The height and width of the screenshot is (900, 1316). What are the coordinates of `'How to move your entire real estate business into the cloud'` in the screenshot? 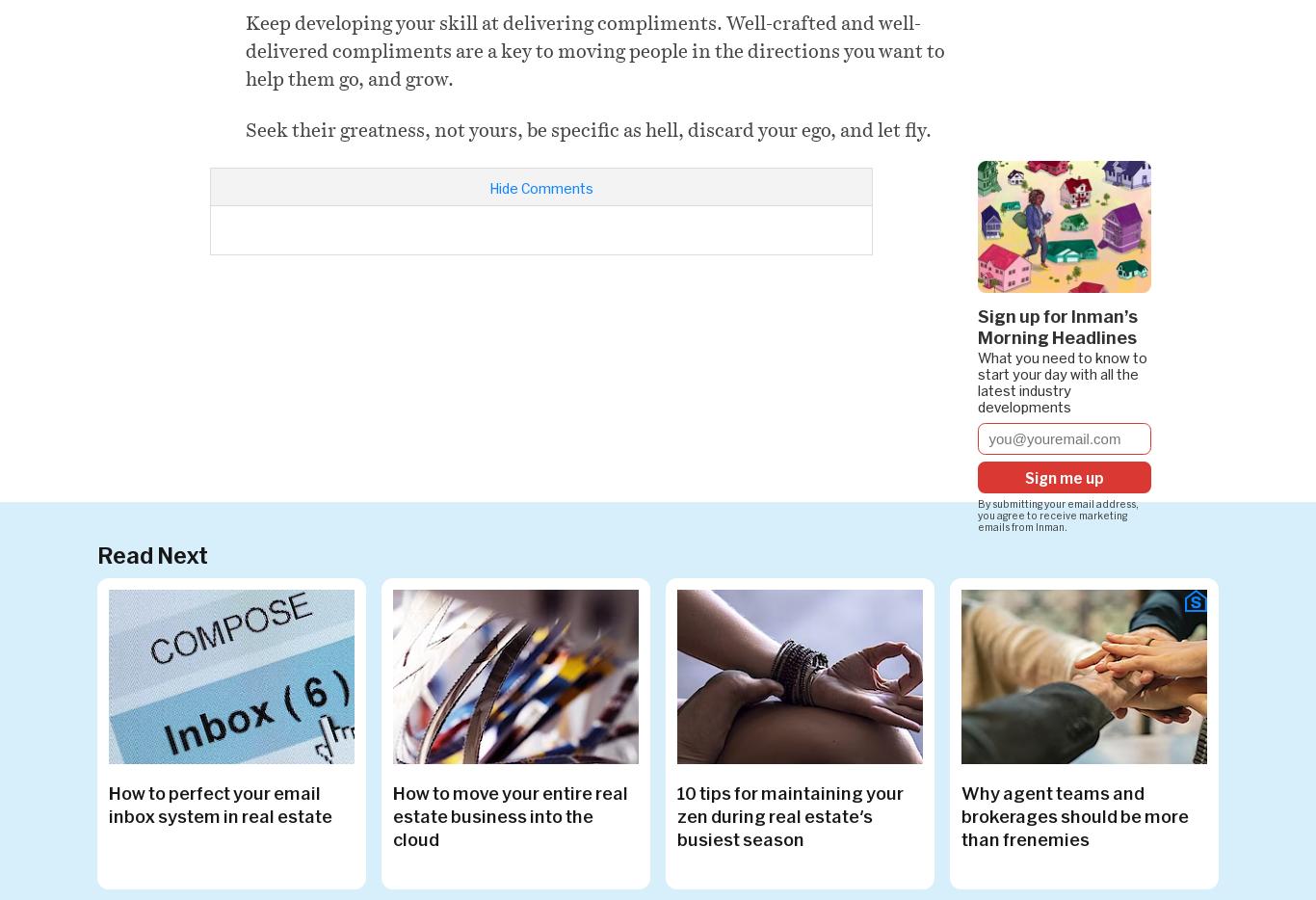 It's located at (510, 814).